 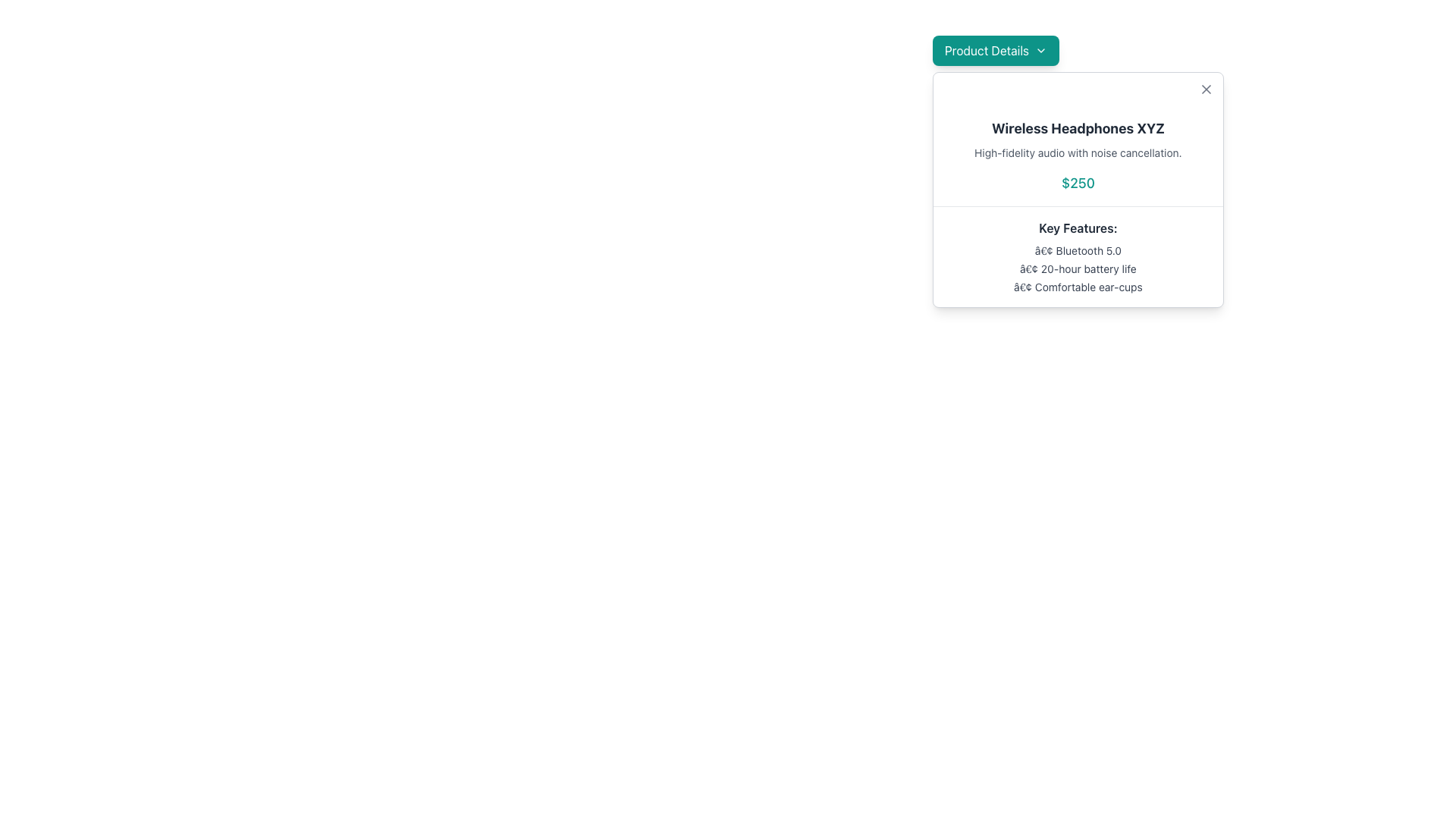 I want to click on the Text Label containing the description 'High-fidelity audio with noise cancellation.' which is positioned below the title 'Wireless Headphones XYZ' and above the price '$250', so click(x=1077, y=152).